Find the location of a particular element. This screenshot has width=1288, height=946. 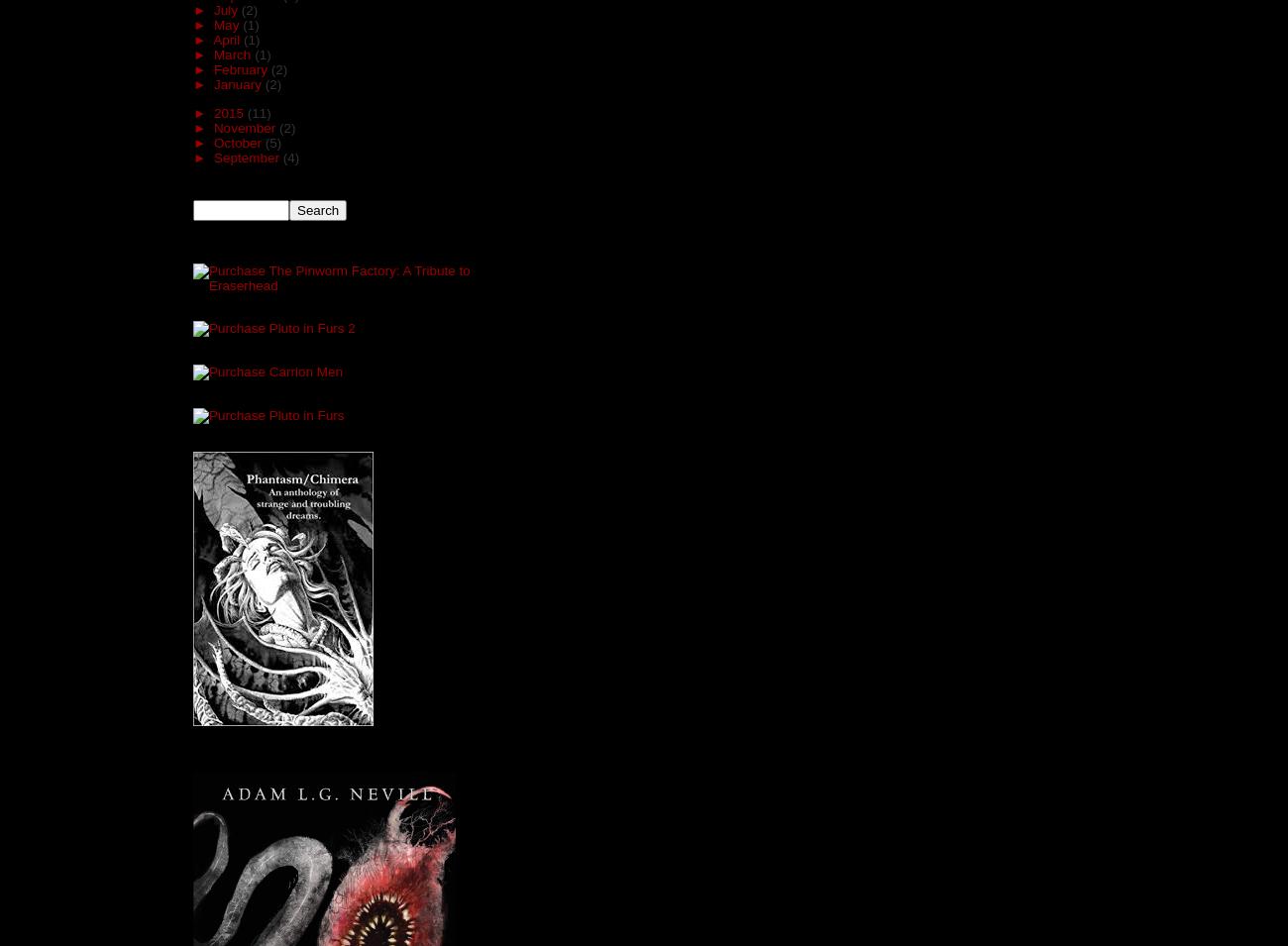

'2015' is located at coordinates (229, 111).